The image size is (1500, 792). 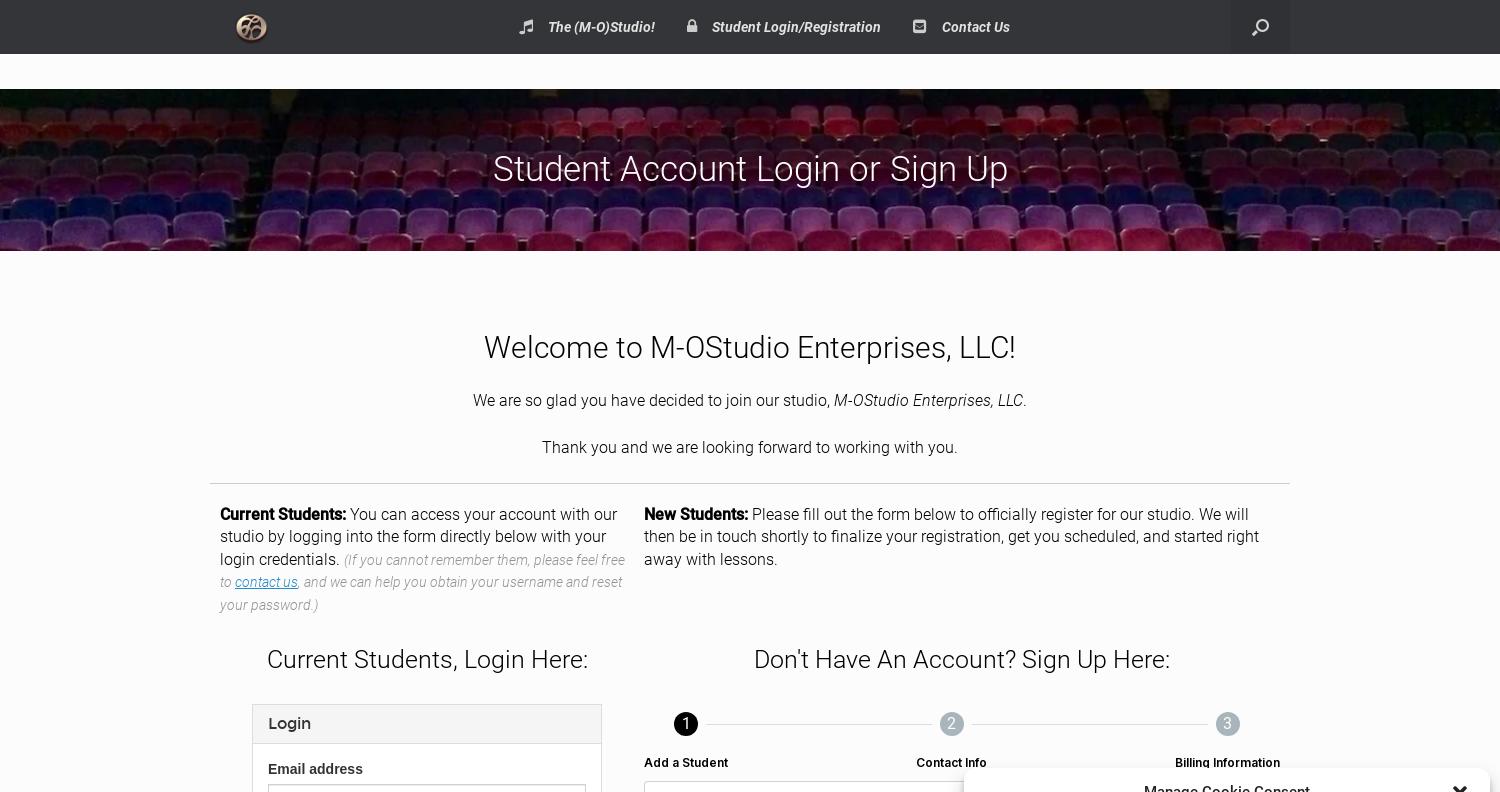 I want to click on 'Don't Have An Account? Sign Up Here:', so click(x=960, y=659).